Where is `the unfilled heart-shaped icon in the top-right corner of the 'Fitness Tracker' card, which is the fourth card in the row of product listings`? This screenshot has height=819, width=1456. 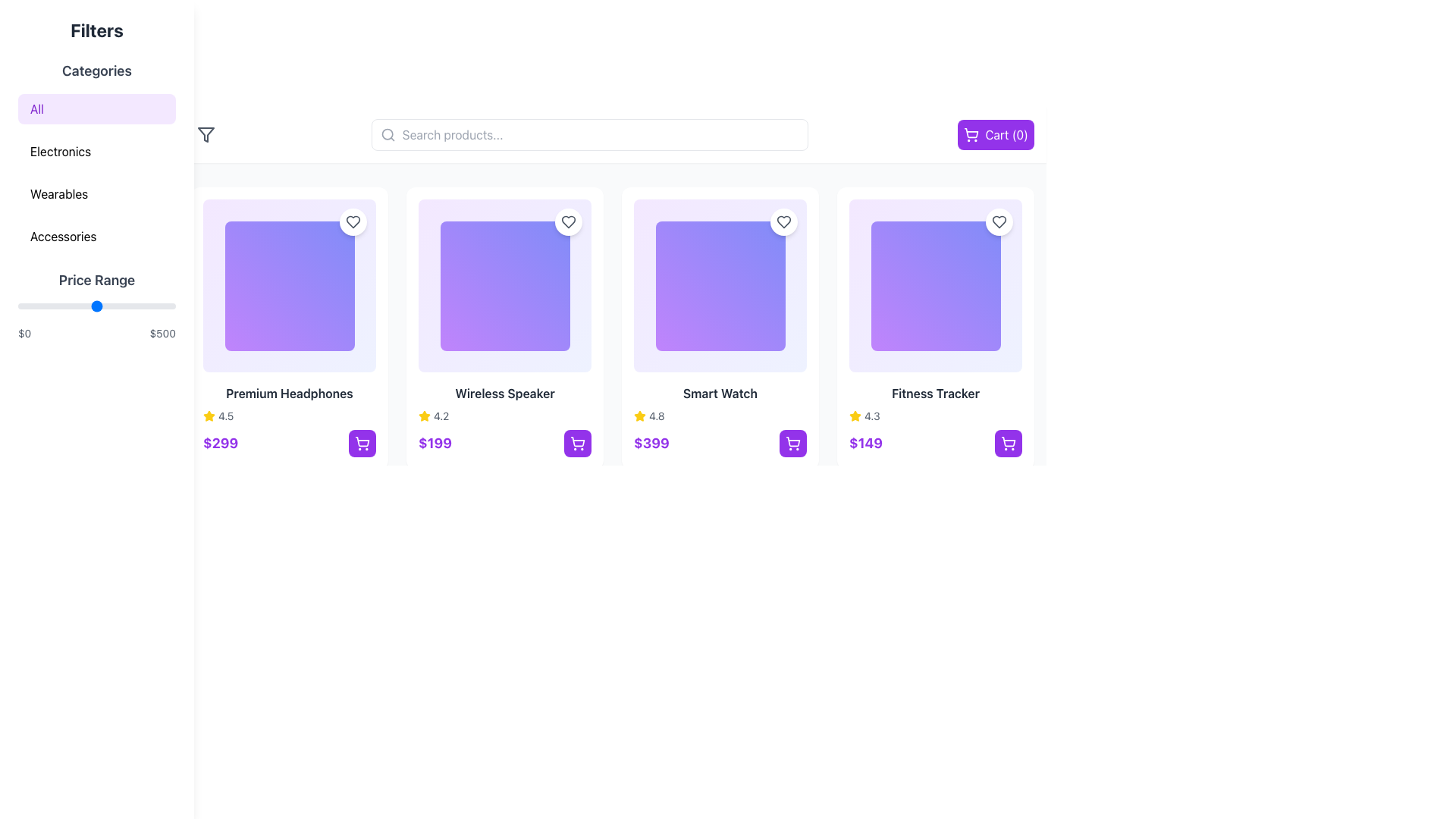
the unfilled heart-shaped icon in the top-right corner of the 'Fitness Tracker' card, which is the fourth card in the row of product listings is located at coordinates (999, 222).